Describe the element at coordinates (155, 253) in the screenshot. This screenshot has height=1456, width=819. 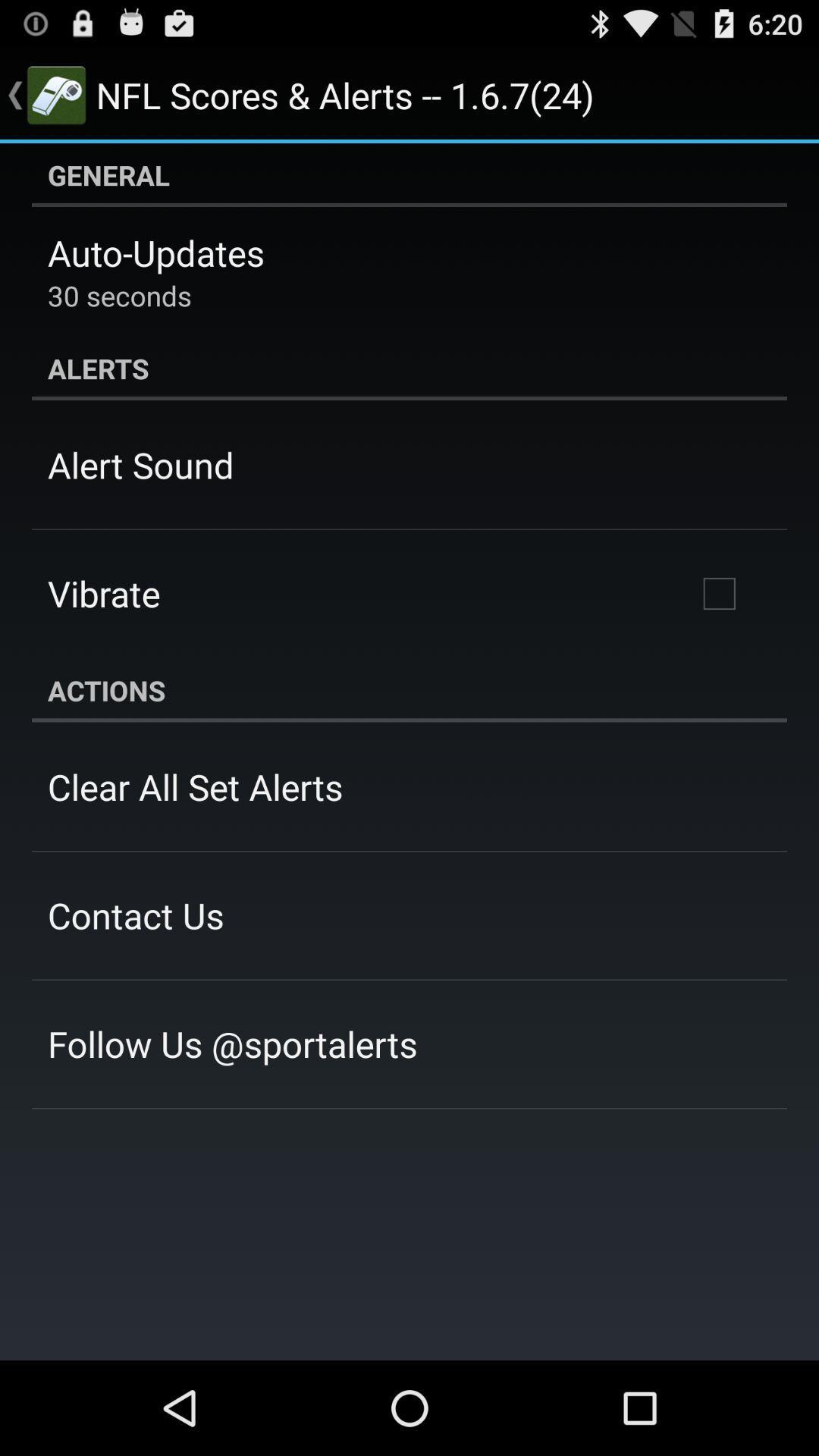
I see `app below the general app` at that location.